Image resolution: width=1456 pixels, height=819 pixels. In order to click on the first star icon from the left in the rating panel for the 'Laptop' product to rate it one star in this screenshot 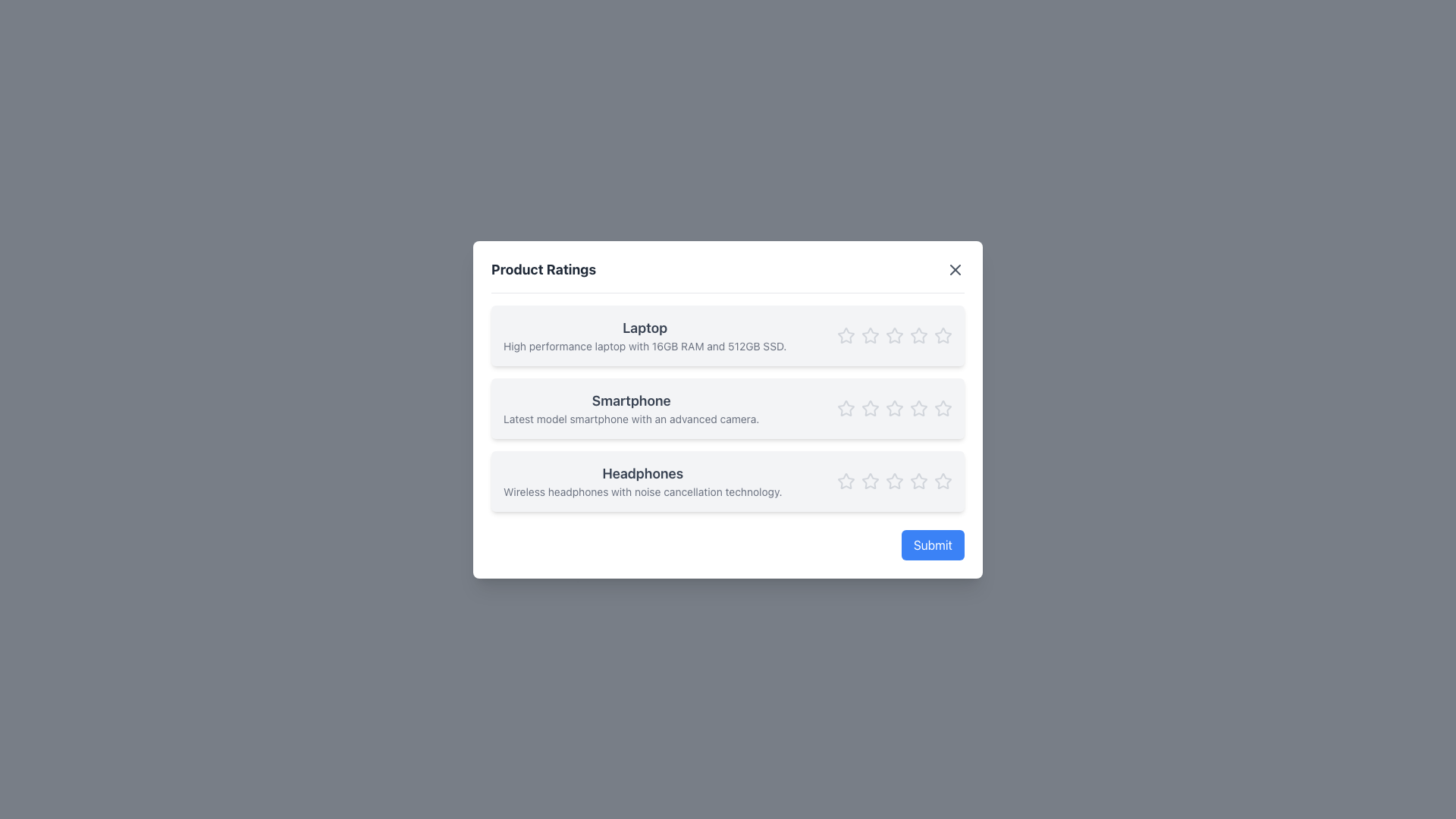, I will do `click(846, 334)`.